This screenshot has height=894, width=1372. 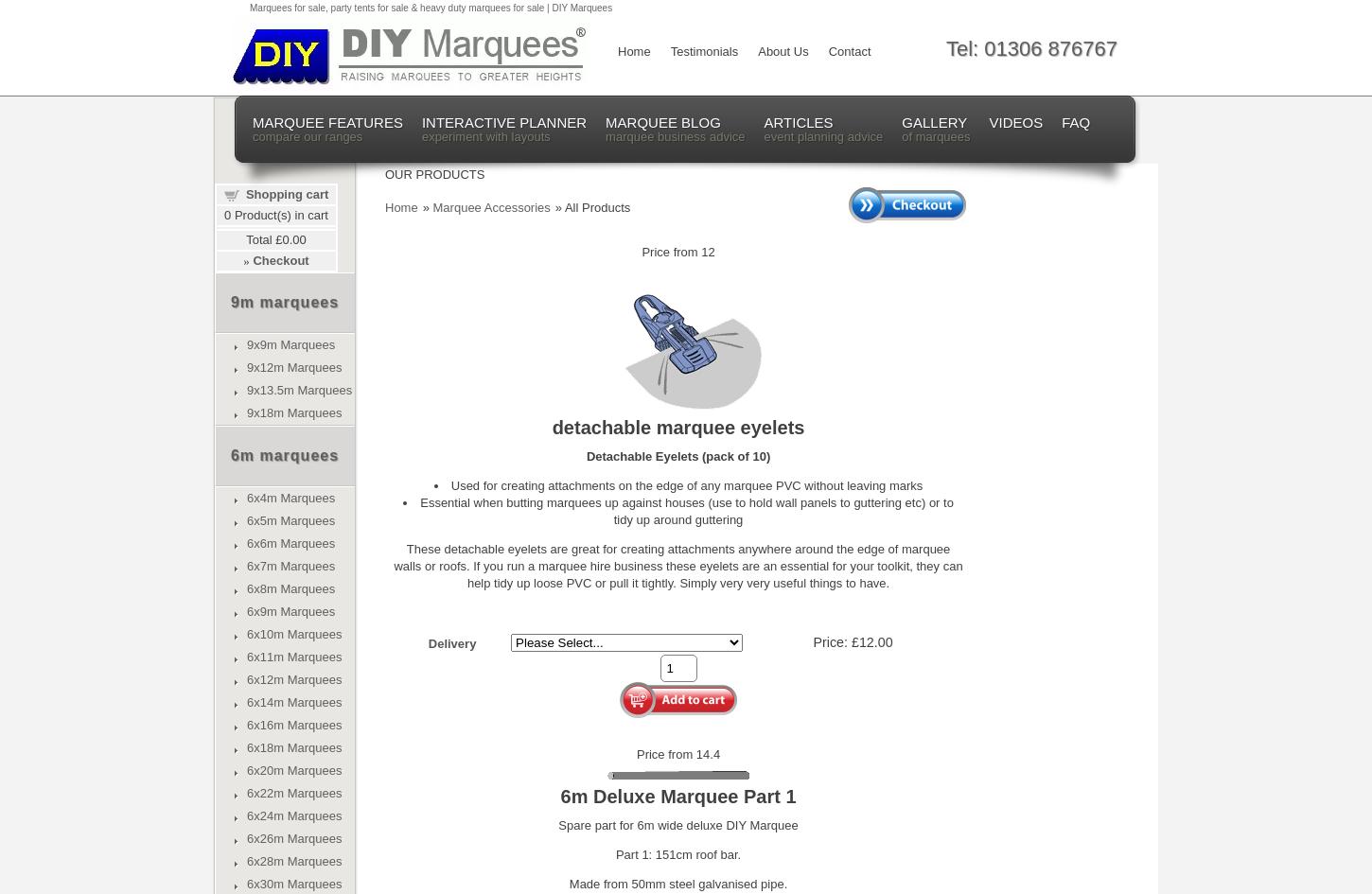 I want to click on 'Shopping cart', so click(x=287, y=193).